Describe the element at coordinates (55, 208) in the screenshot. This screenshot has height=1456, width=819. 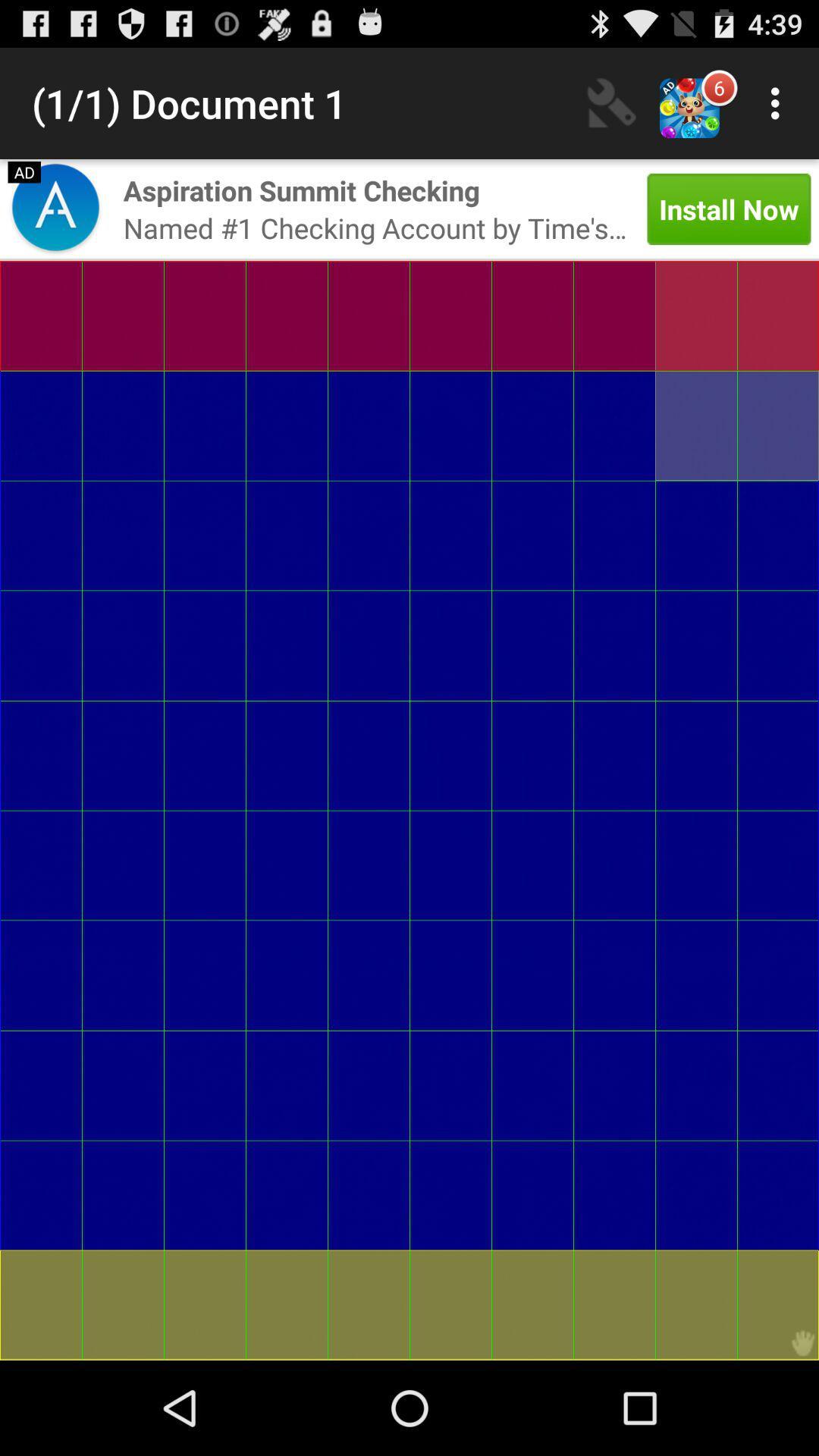
I see `open advertisement` at that location.